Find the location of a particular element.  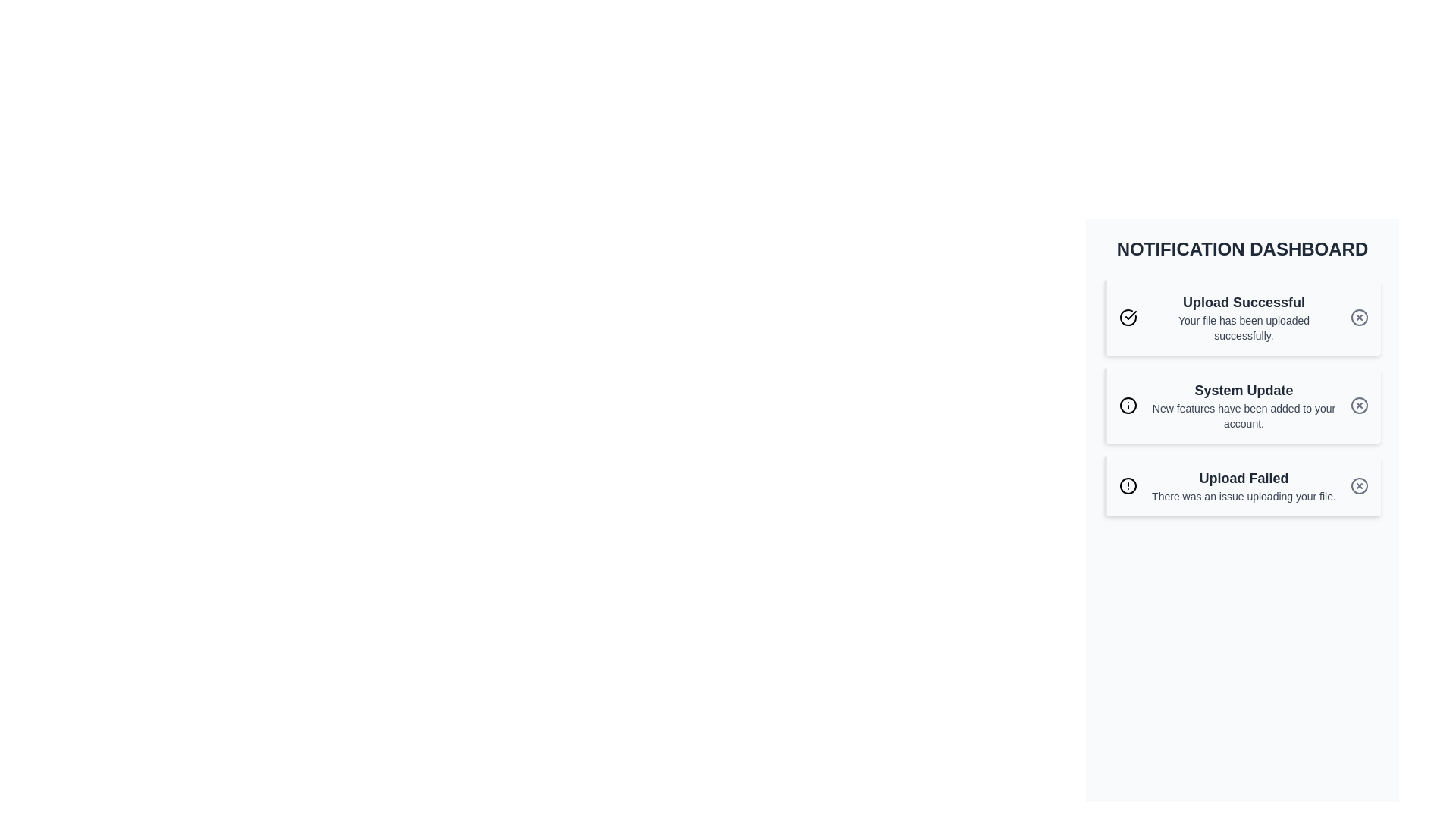

the Informational Notification that informs the user about a system update, which is the second item in the series of notifications is located at coordinates (1242, 397).